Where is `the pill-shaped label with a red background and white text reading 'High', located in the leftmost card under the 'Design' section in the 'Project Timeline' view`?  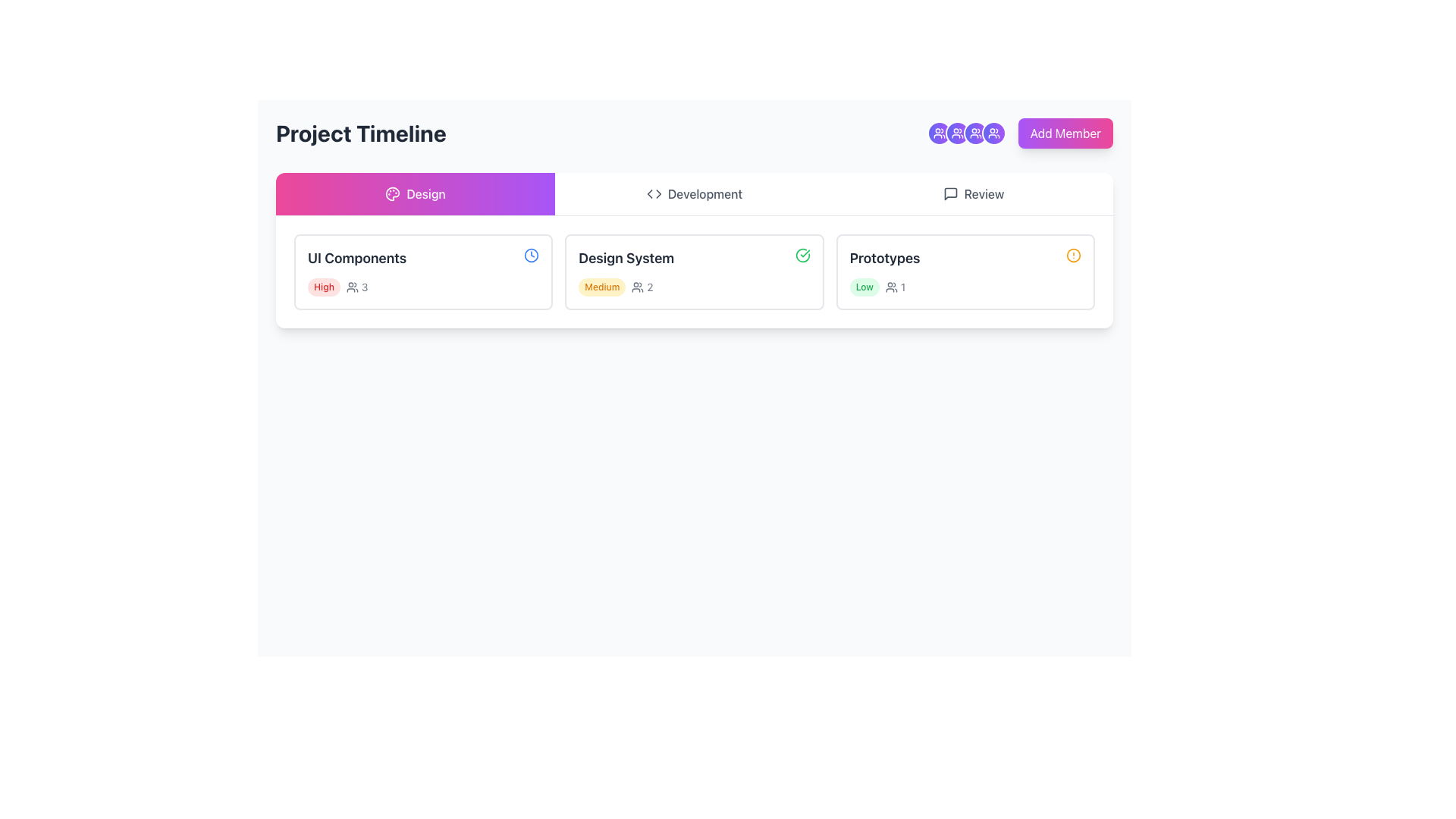 the pill-shaped label with a red background and white text reading 'High', located in the leftmost card under the 'Design' section in the 'Project Timeline' view is located at coordinates (323, 287).